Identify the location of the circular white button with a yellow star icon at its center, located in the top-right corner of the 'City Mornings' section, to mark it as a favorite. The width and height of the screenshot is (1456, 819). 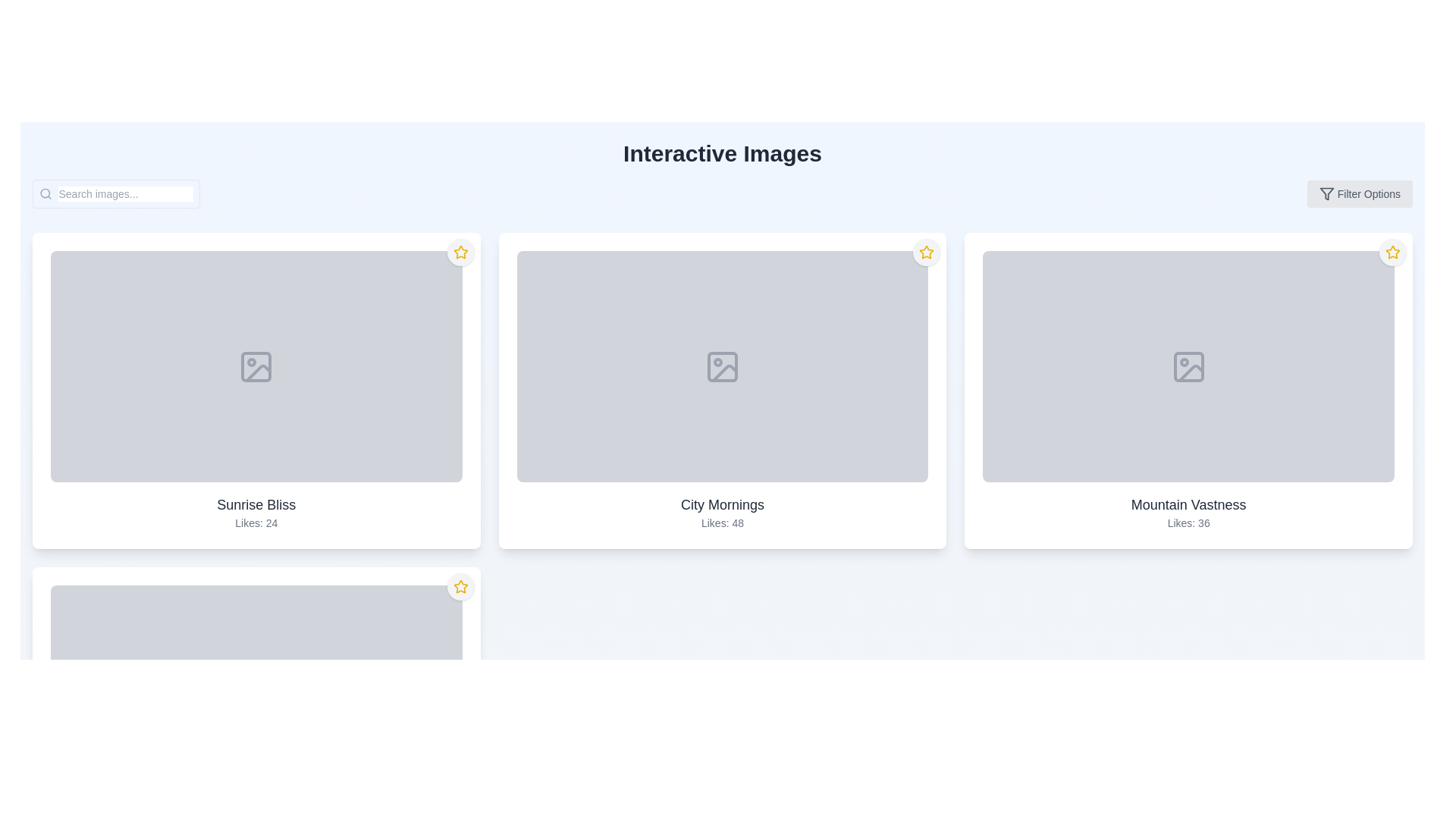
(926, 251).